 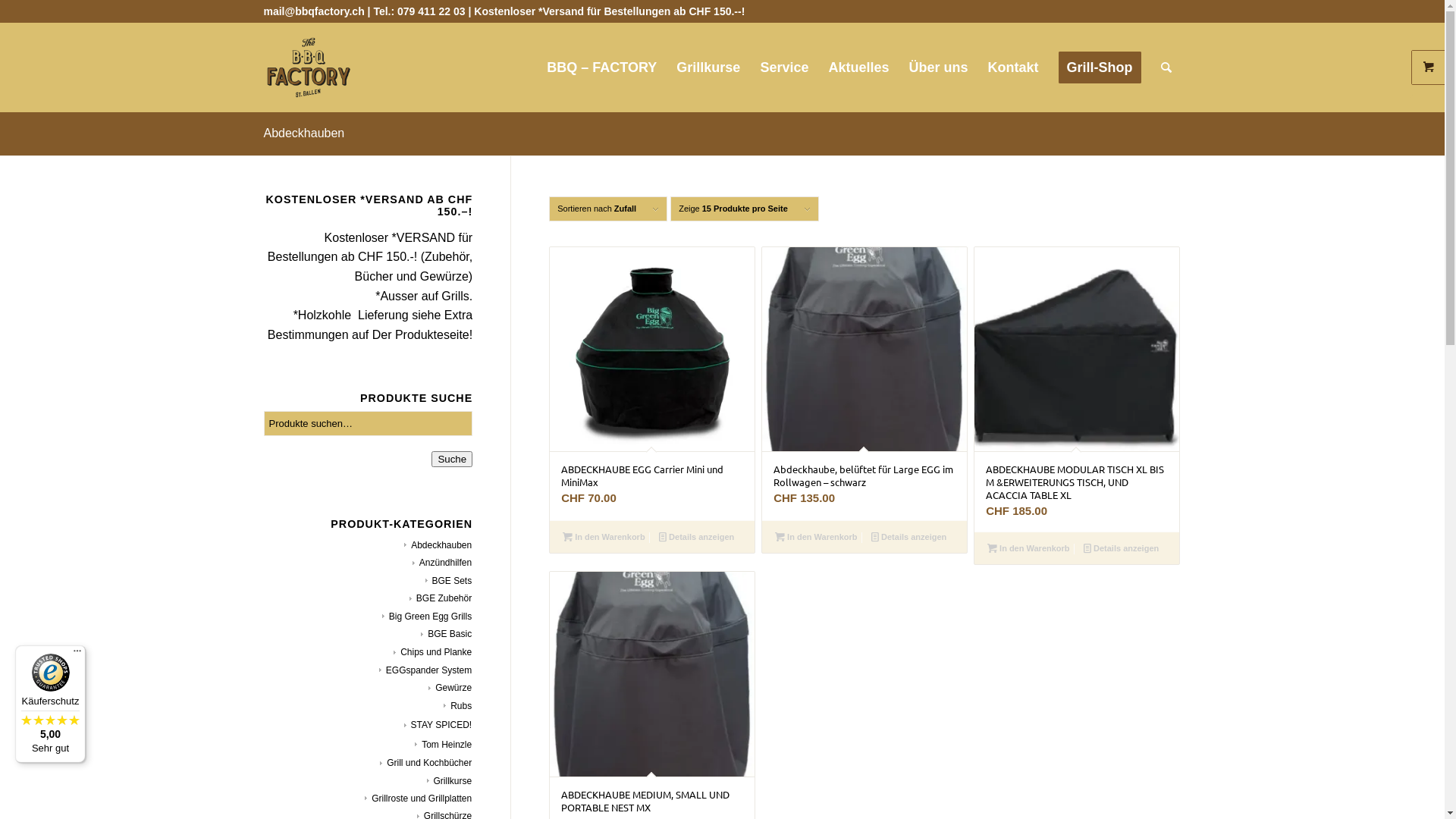 What do you see at coordinates (436, 724) in the screenshot?
I see `'STAY SPICED!'` at bounding box center [436, 724].